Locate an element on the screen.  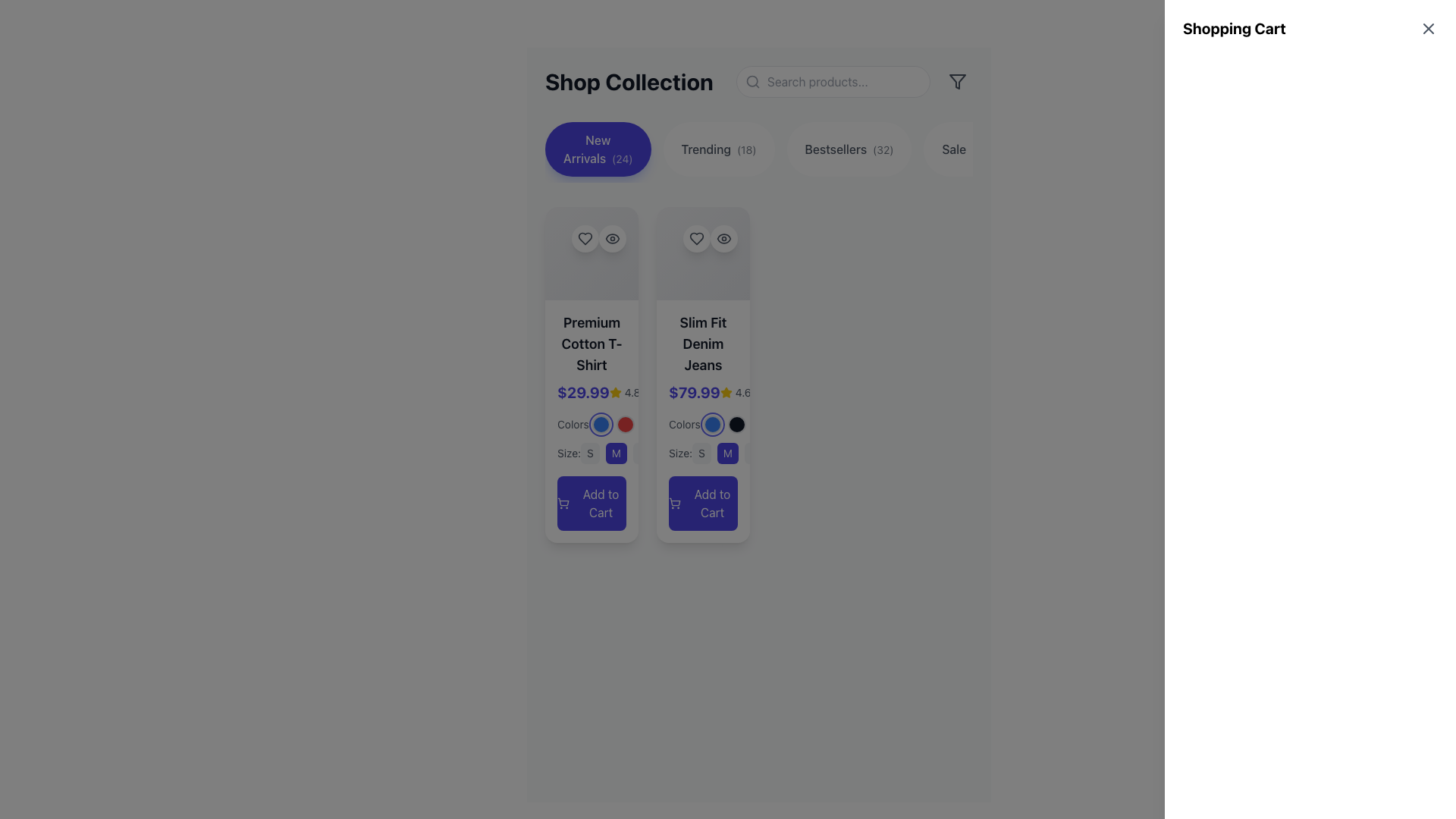
the heart icon in the icon group located at the top-right section of the 'Premium Cotton T-Shirt' card to favorite the item is located at coordinates (598, 236).